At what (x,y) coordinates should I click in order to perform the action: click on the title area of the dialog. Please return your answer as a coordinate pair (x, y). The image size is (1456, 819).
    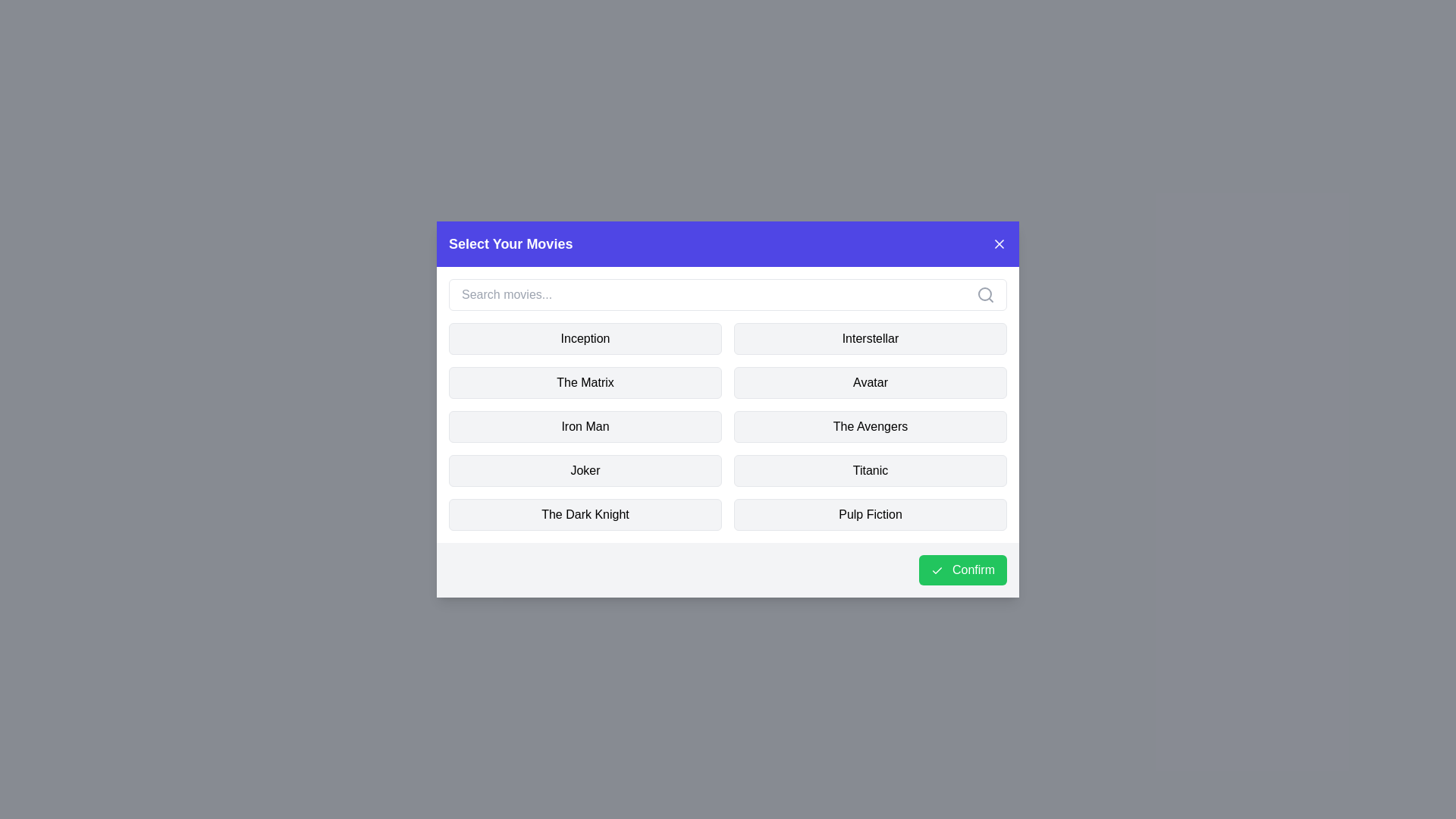
    Looking at the image, I should click on (728, 243).